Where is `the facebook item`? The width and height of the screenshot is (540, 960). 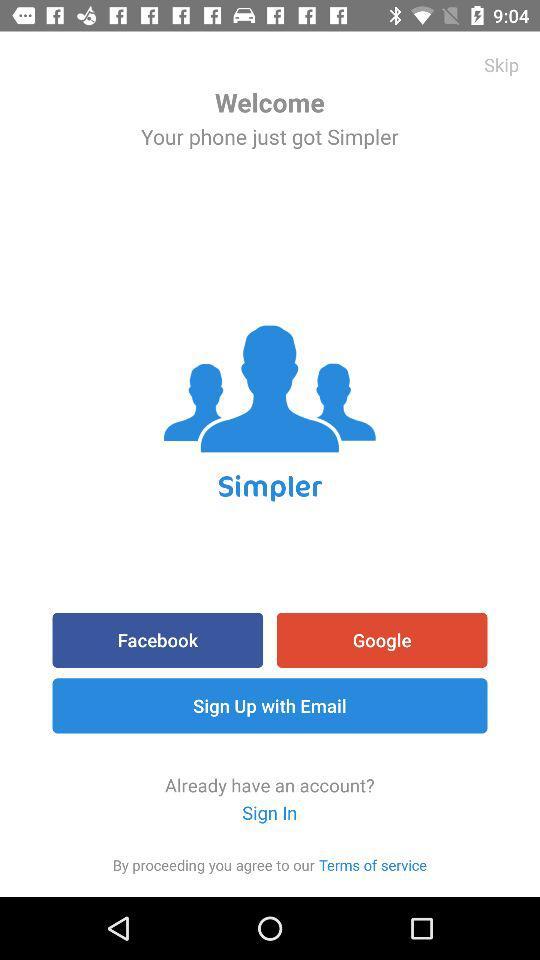
the facebook item is located at coordinates (156, 639).